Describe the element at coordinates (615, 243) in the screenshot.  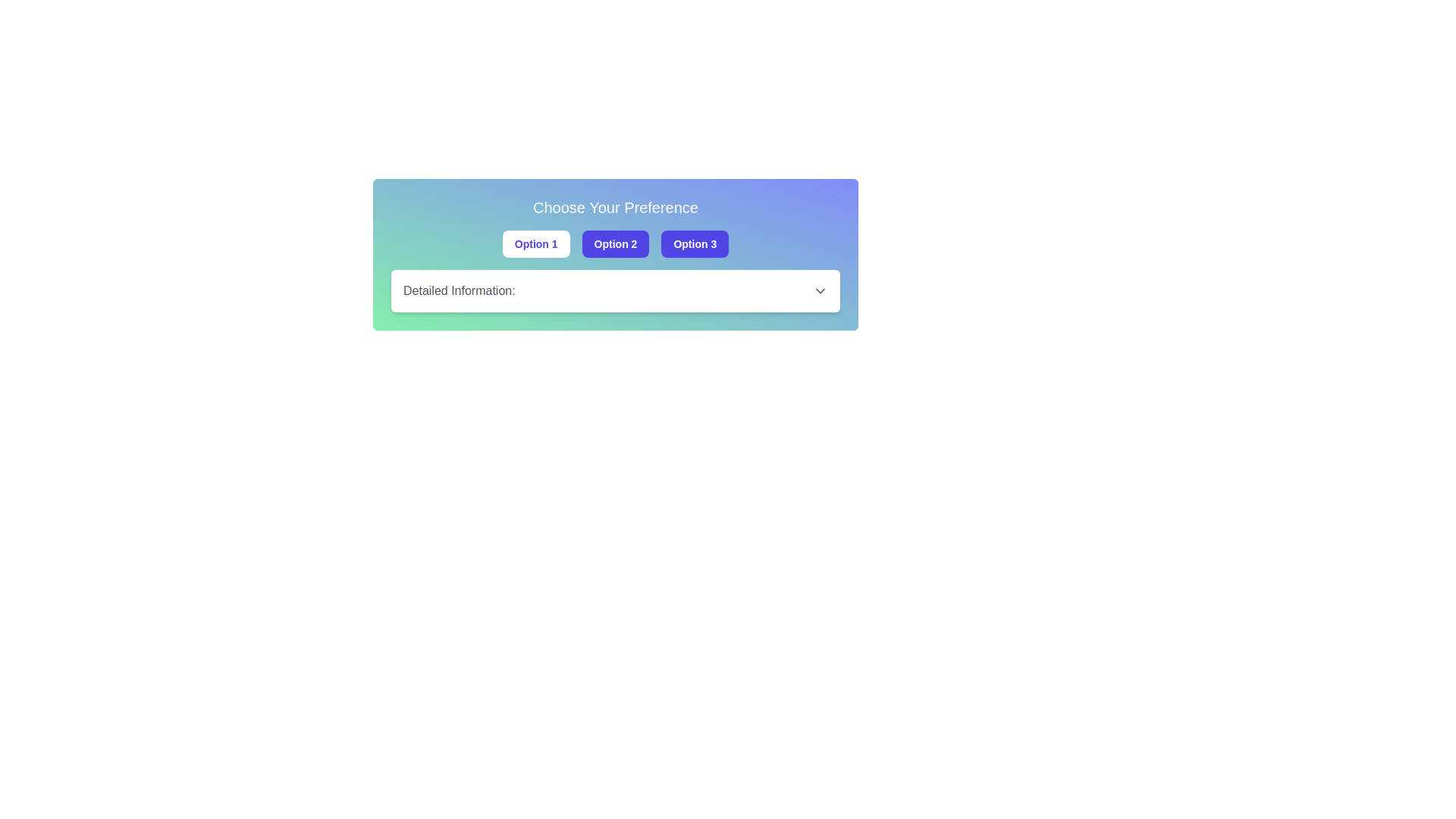
I see `the second button from the left labeled 'Option 2' located beneath the heading 'Choose Your Preference'` at that location.